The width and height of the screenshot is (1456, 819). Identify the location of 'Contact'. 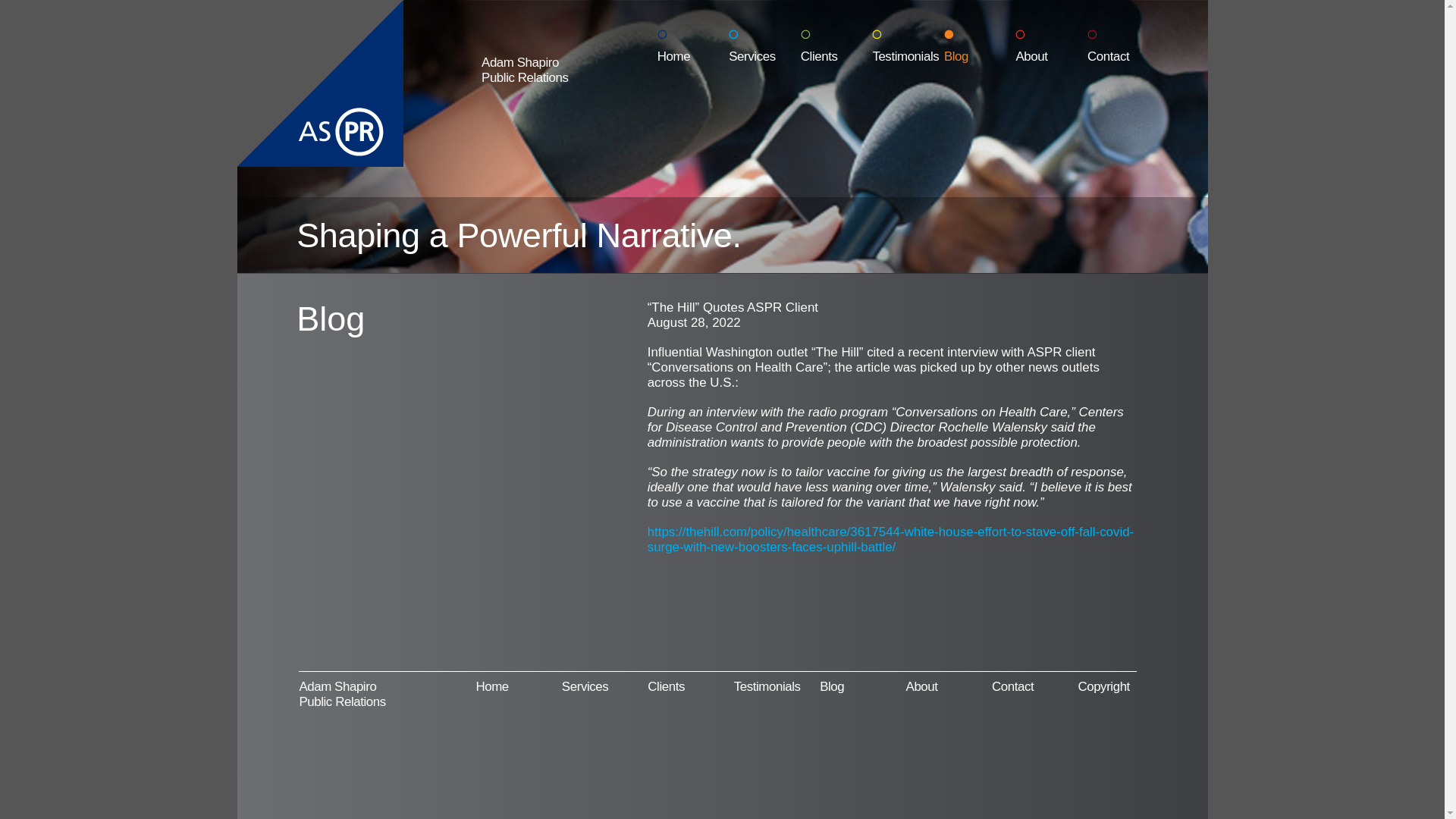
(992, 686).